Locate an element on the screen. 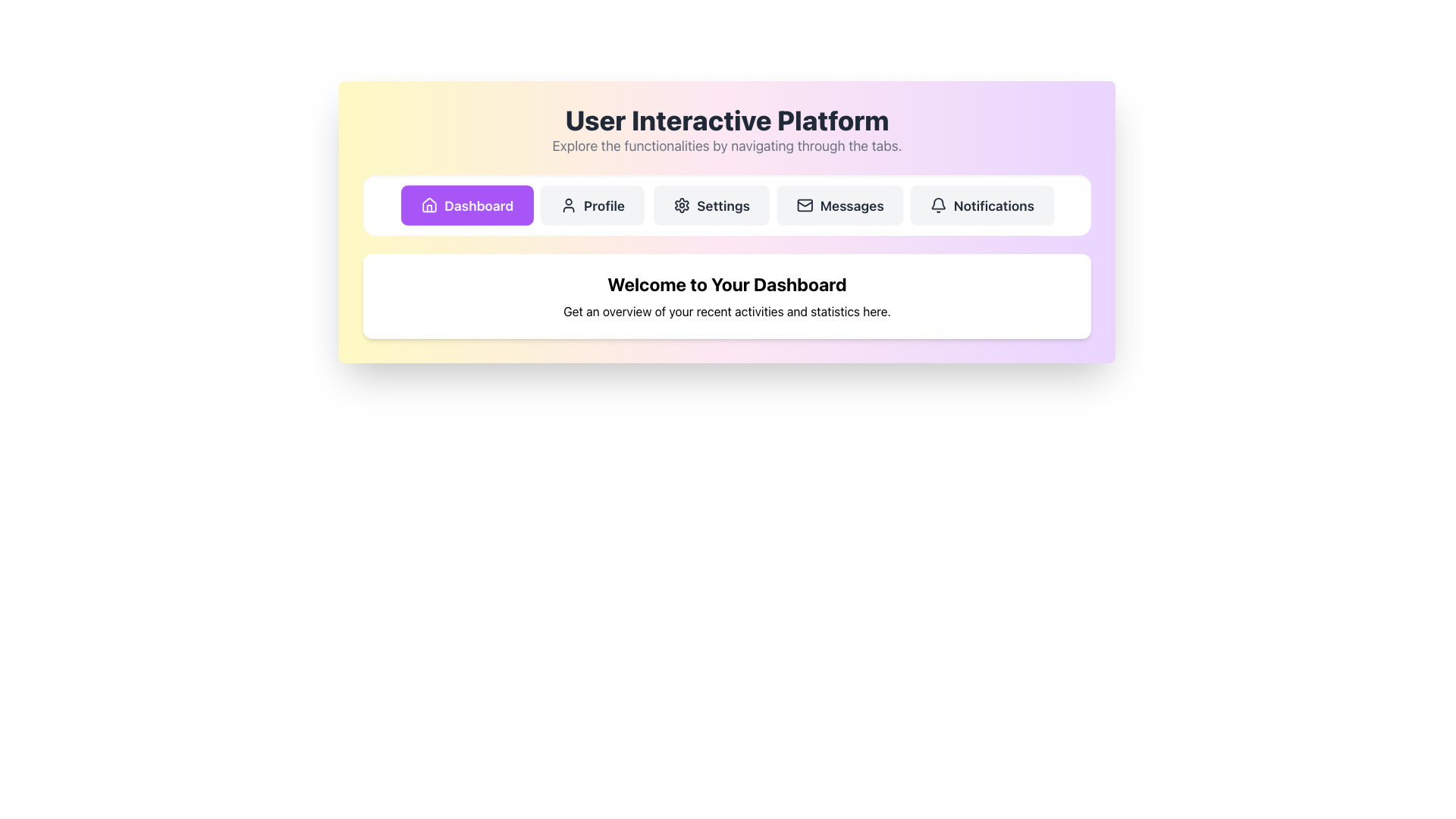  the Static Text Display that serves as an introduction to the dashboard, located below the navigation bar and centered in the upper-middle part of the layout is located at coordinates (726, 296).